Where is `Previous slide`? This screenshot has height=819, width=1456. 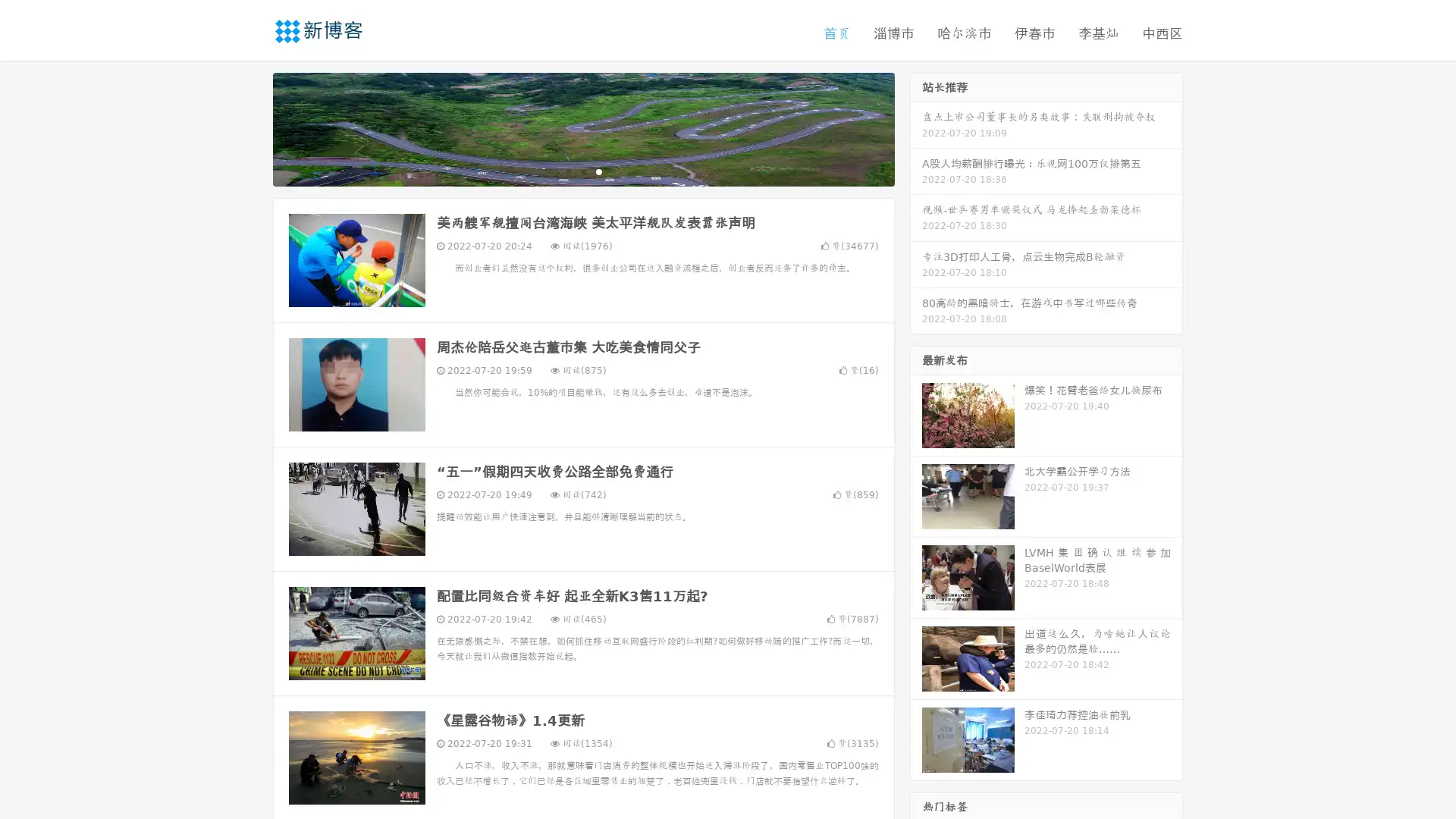 Previous slide is located at coordinates (250, 127).